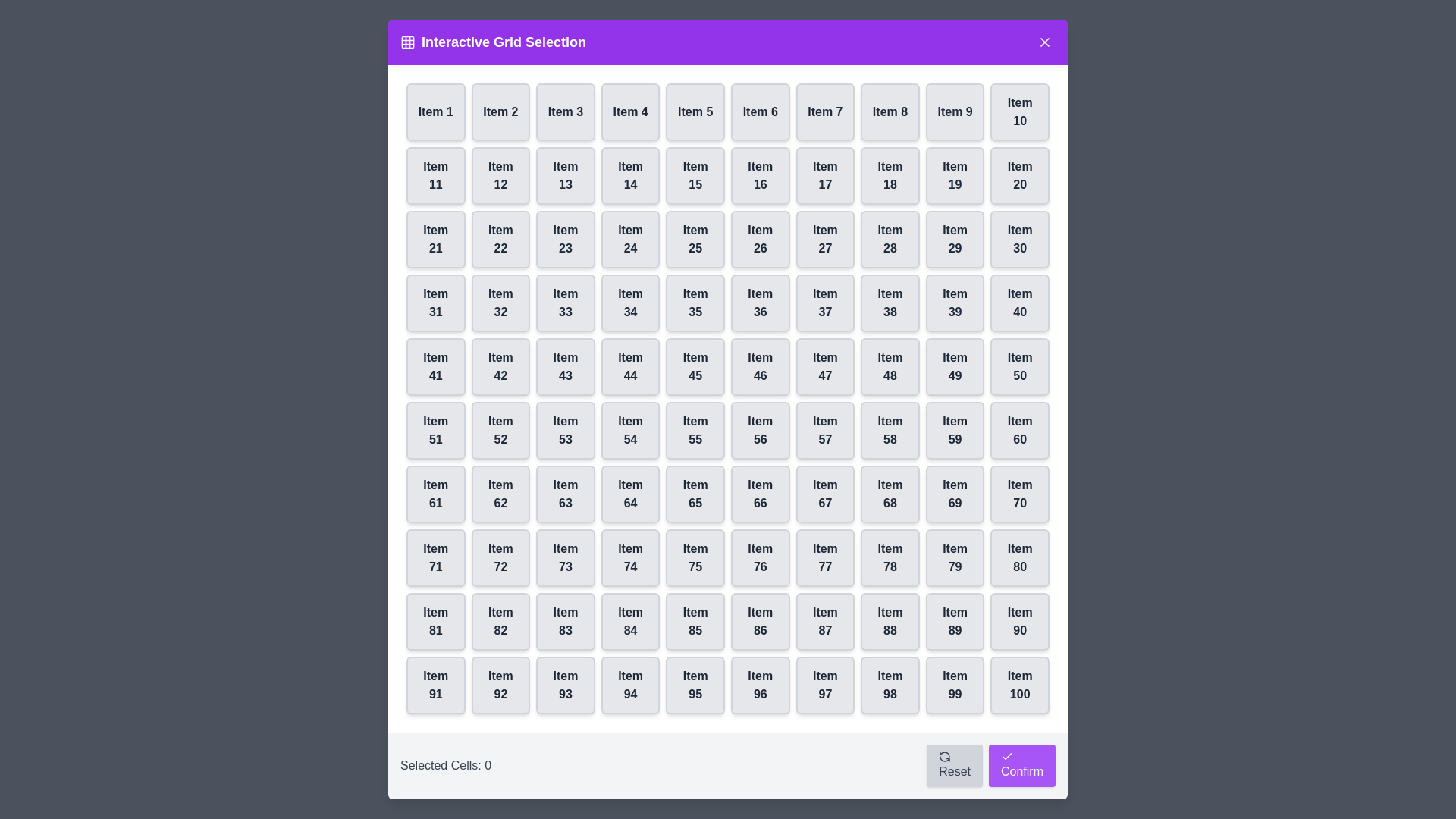  Describe the element at coordinates (953, 766) in the screenshot. I see `reset button to reset all selections` at that location.